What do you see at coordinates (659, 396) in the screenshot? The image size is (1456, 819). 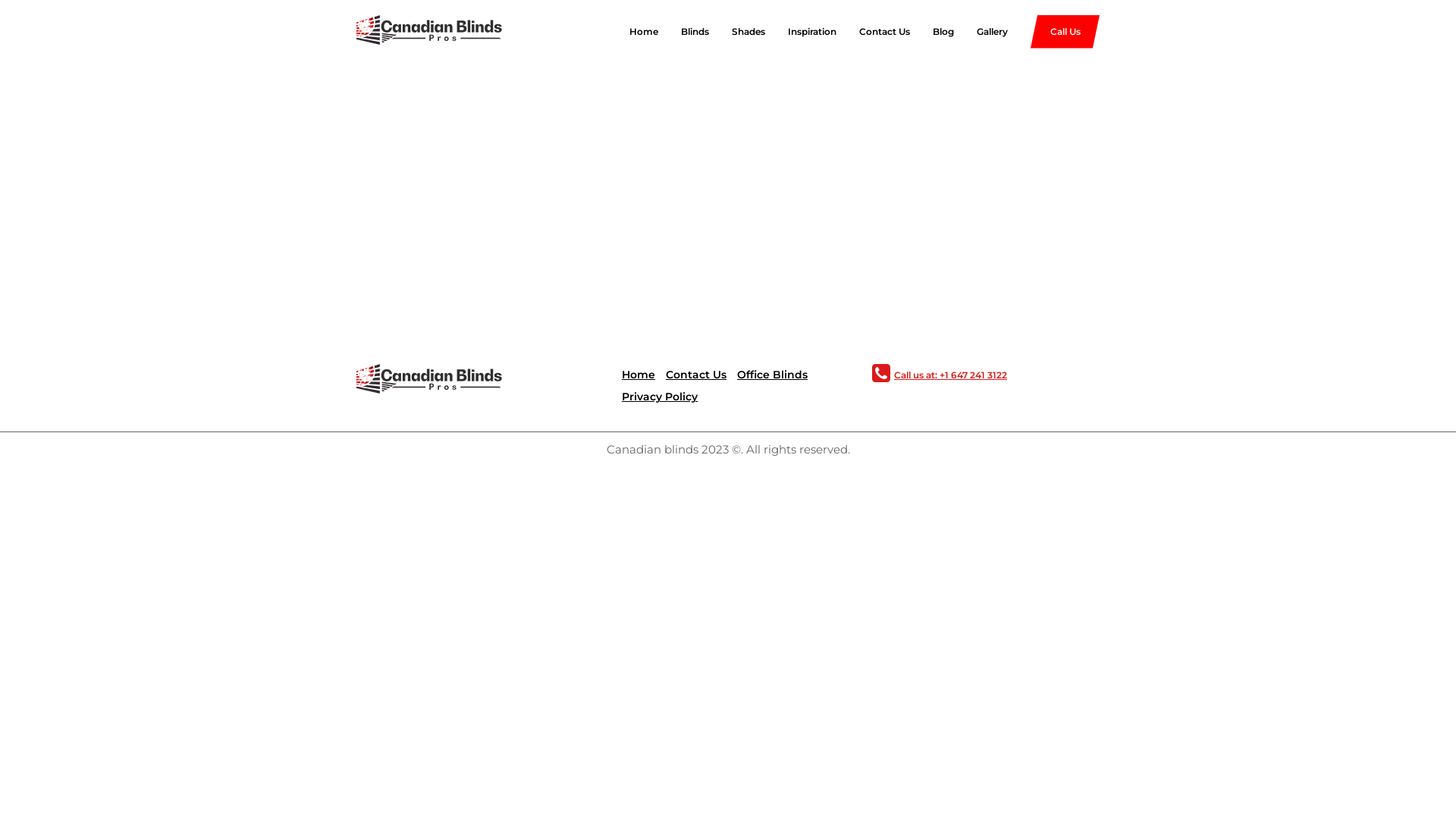 I see `'Privacy Policy'` at bounding box center [659, 396].